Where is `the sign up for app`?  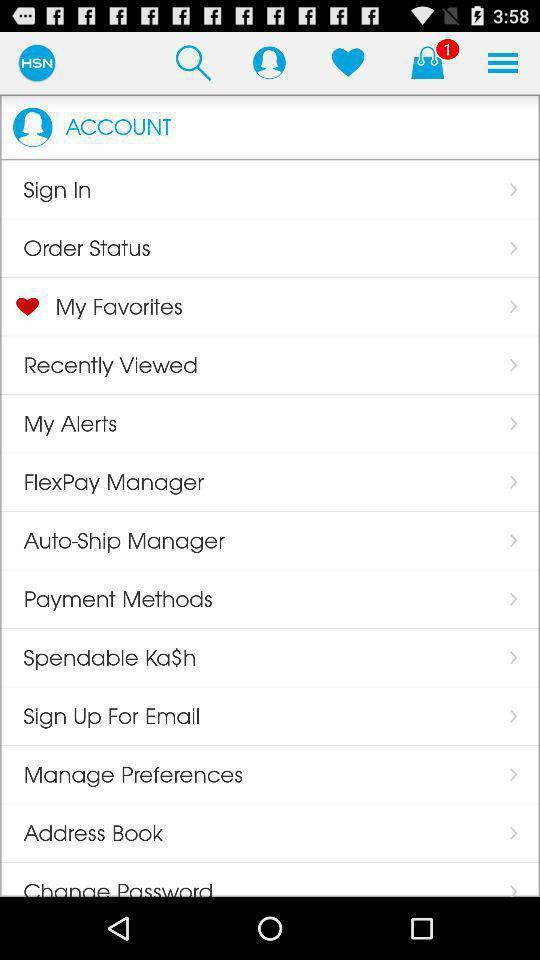 the sign up for app is located at coordinates (99, 716).